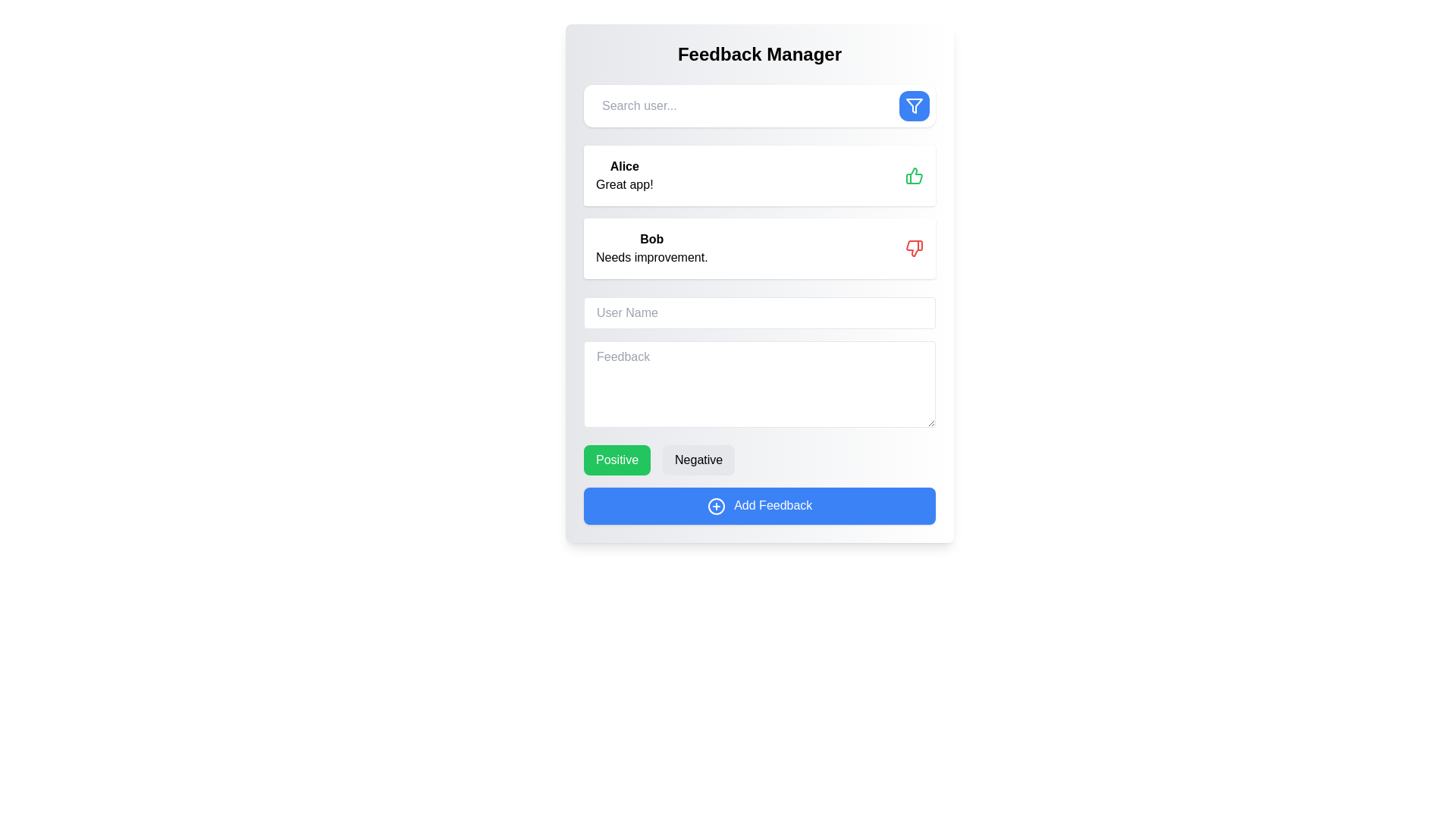 The image size is (1456, 819). What do you see at coordinates (913, 105) in the screenshot?
I see `the blue funnel icon located in the top-right corner of the application interface, which is inside a blue circular button` at bounding box center [913, 105].